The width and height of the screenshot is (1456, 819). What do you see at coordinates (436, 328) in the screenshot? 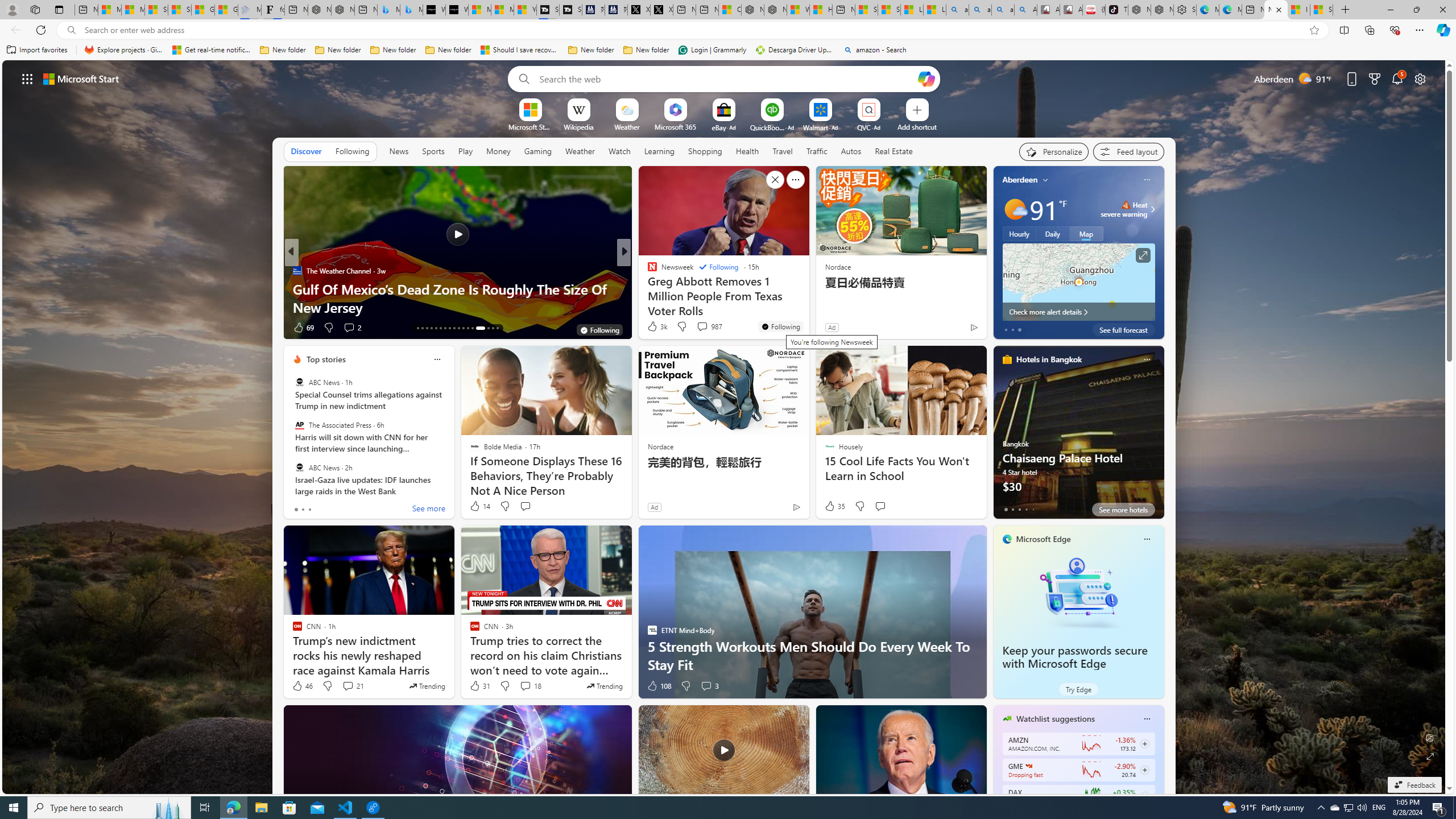
I see `'AutomationID: tab-17'` at bounding box center [436, 328].